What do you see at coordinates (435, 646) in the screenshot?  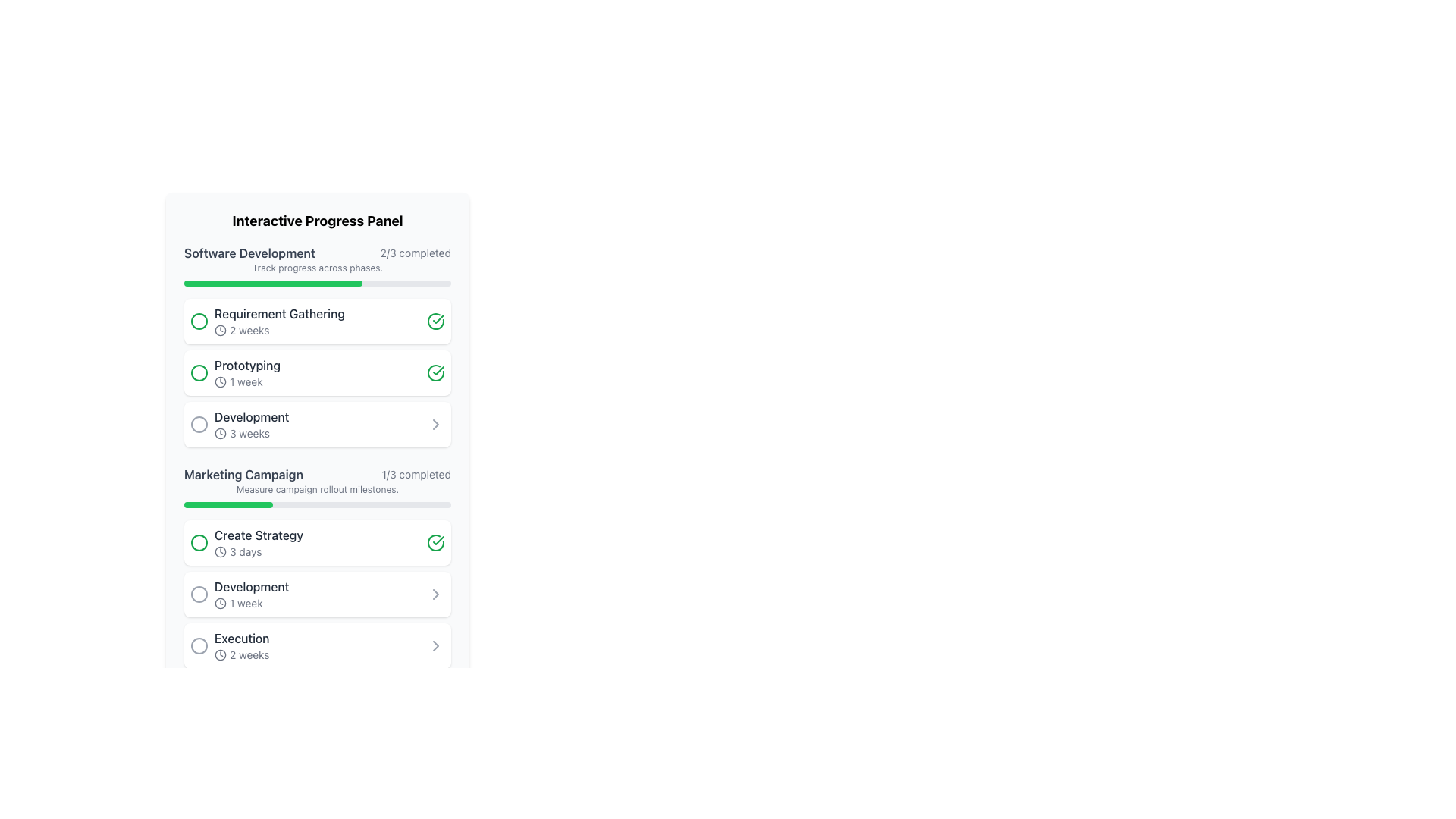 I see `the right-pointing arrow icon styled with a gray stroke located at the far right side of the 'Execution 2 weeks' entry` at bounding box center [435, 646].